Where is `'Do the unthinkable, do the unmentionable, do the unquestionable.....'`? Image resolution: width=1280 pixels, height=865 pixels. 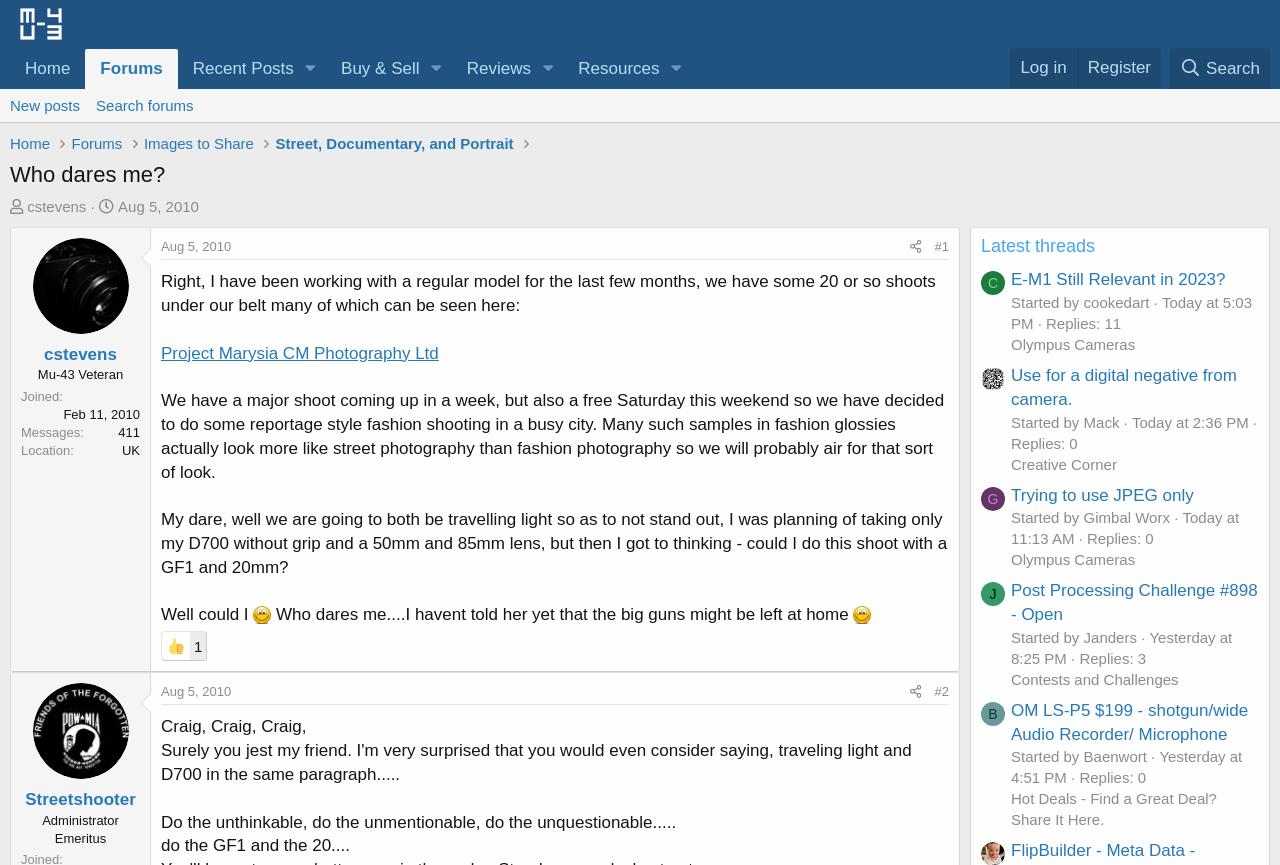 'Do the unthinkable, do the unmentionable, do the unquestionable.....' is located at coordinates (417, 820).